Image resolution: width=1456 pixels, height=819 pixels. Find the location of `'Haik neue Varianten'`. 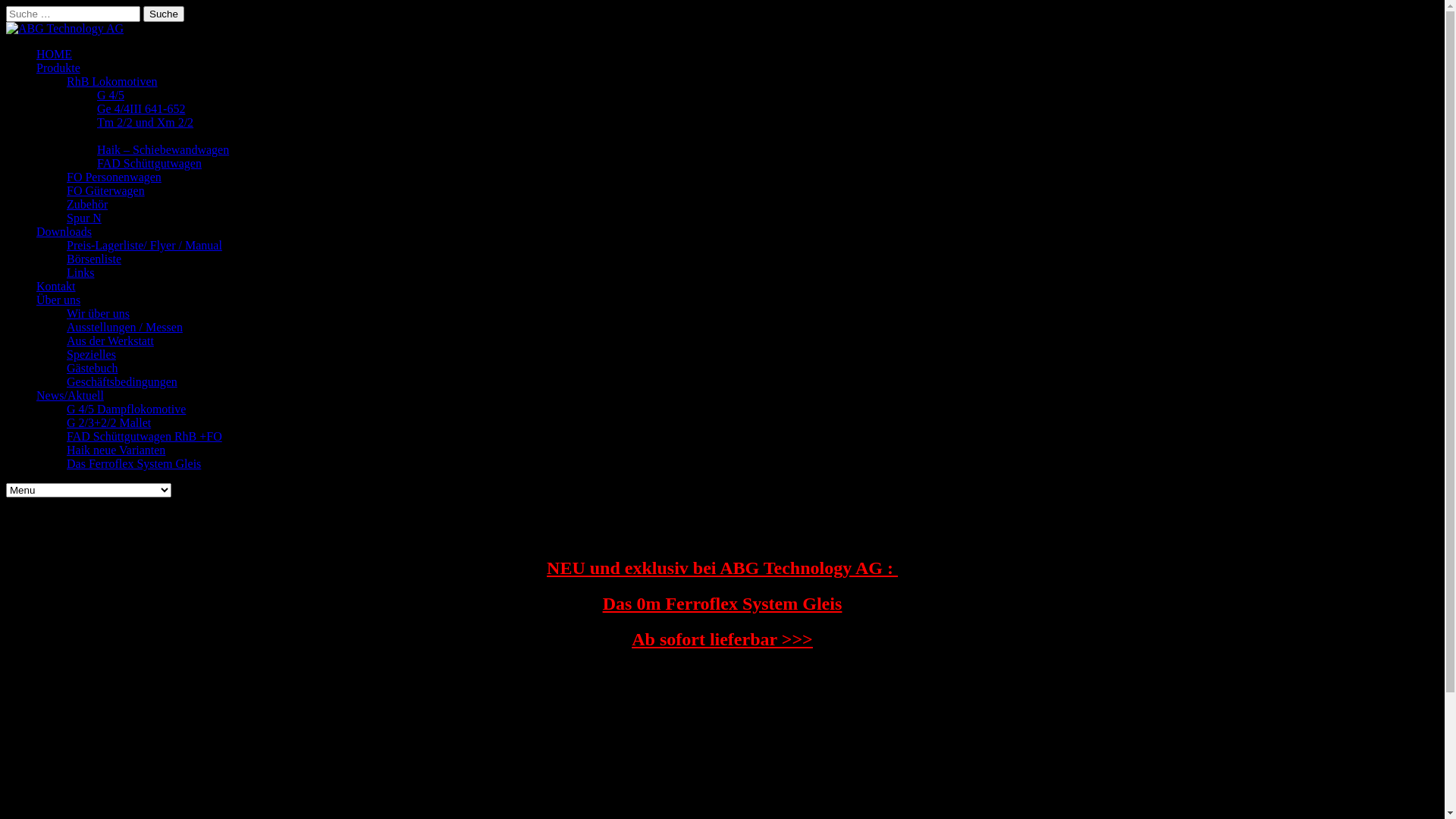

'Haik neue Varianten' is located at coordinates (115, 449).